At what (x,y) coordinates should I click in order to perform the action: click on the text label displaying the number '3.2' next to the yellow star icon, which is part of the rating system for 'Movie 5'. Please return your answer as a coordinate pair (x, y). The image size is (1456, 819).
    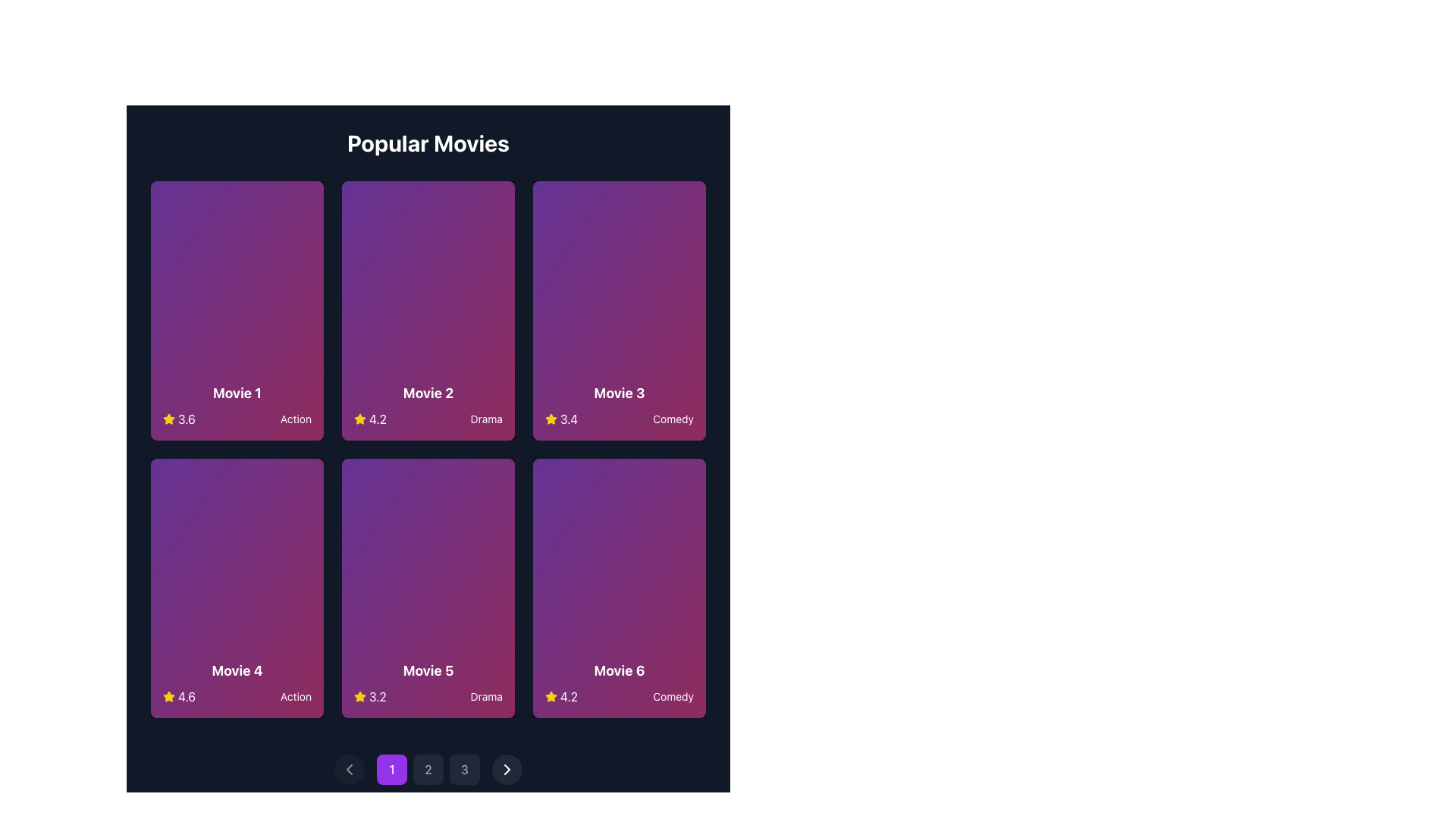
    Looking at the image, I should click on (370, 696).